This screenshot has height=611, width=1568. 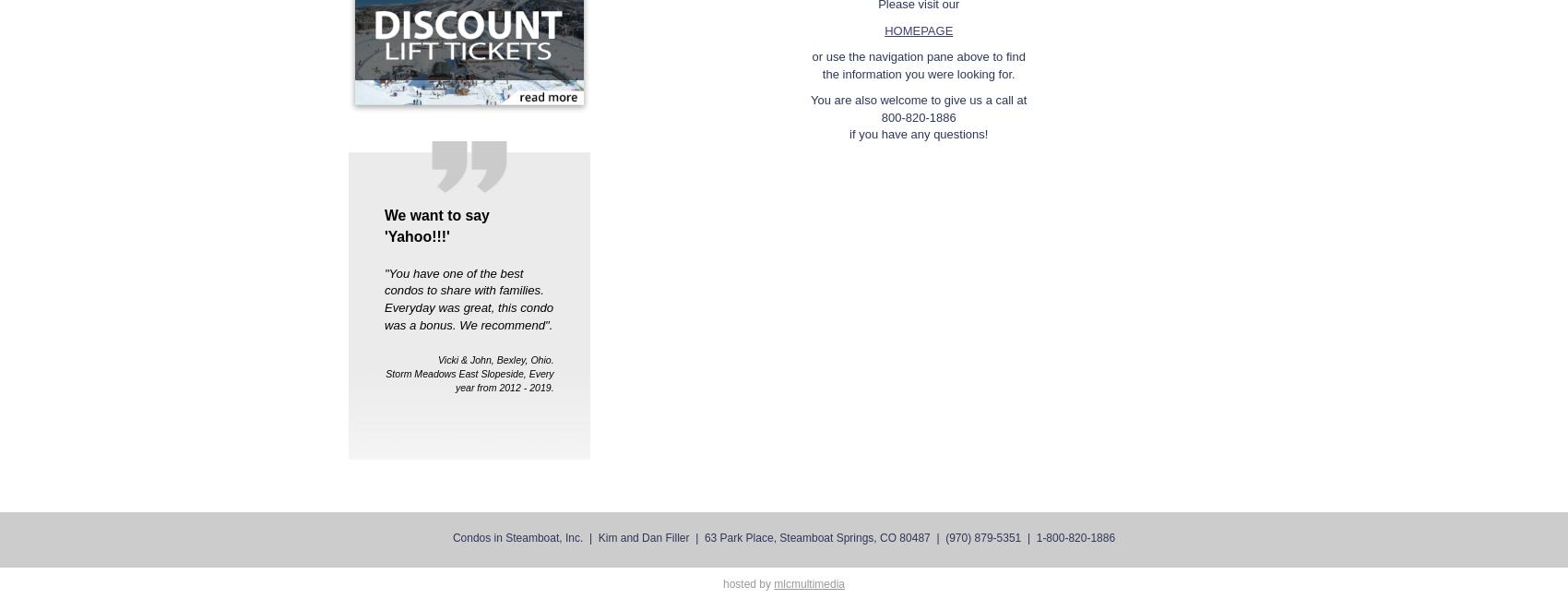 What do you see at coordinates (816, 537) in the screenshot?
I see `'63 Park Place, Steamboat Springs, CO 80487'` at bounding box center [816, 537].